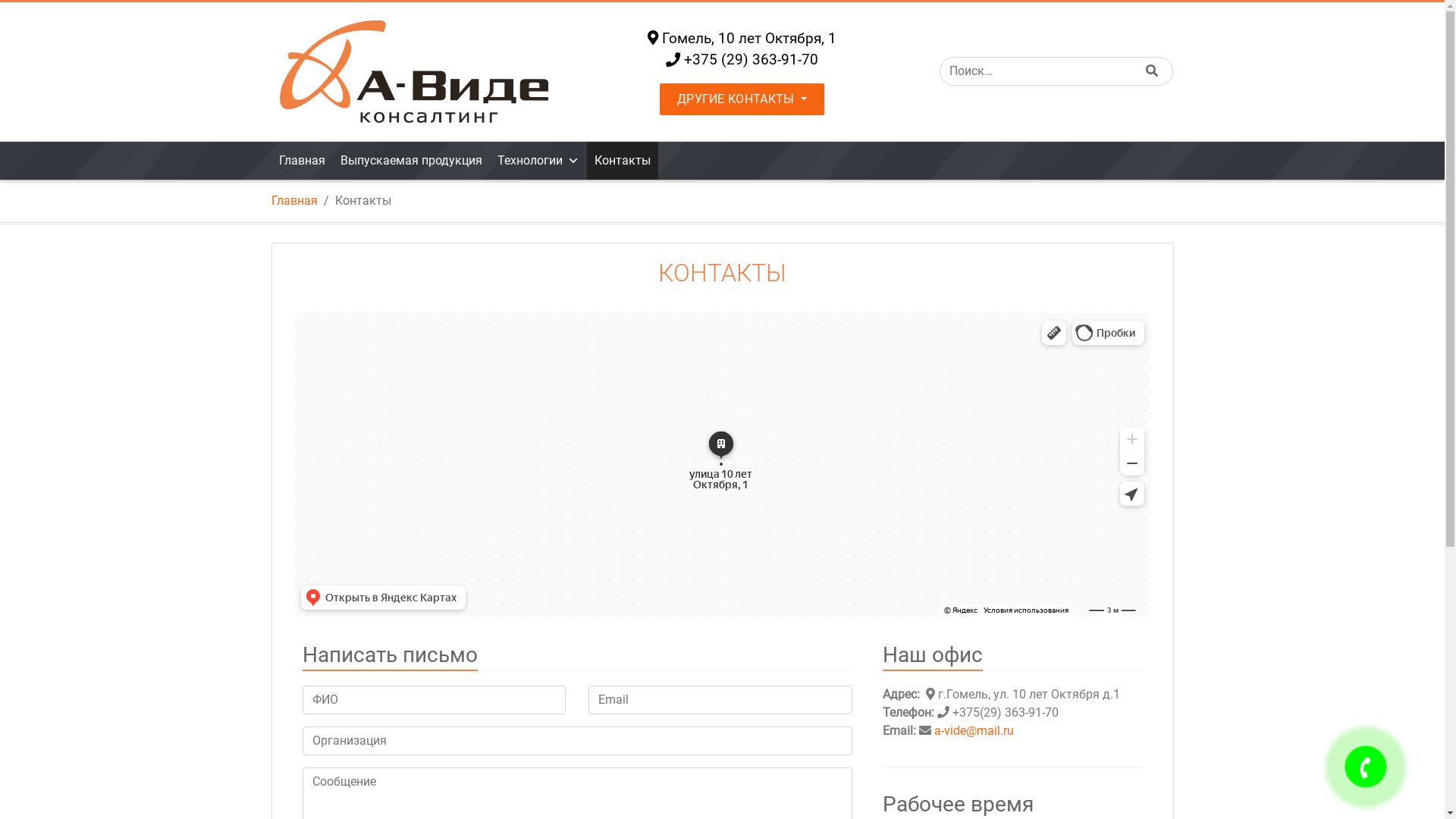  I want to click on 'a-vide@mail.ru', so click(934, 730).